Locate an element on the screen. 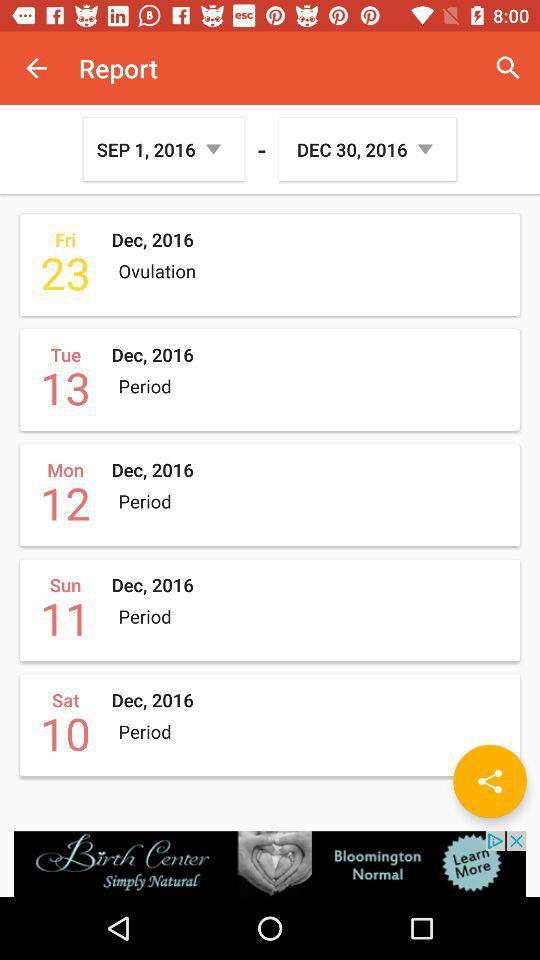  share button is located at coordinates (489, 781).